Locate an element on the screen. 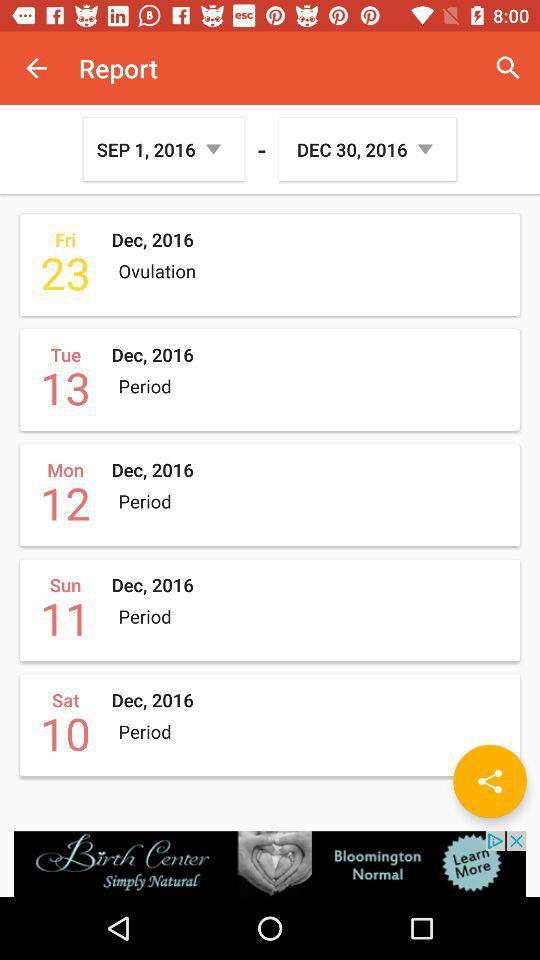  share button is located at coordinates (489, 781).